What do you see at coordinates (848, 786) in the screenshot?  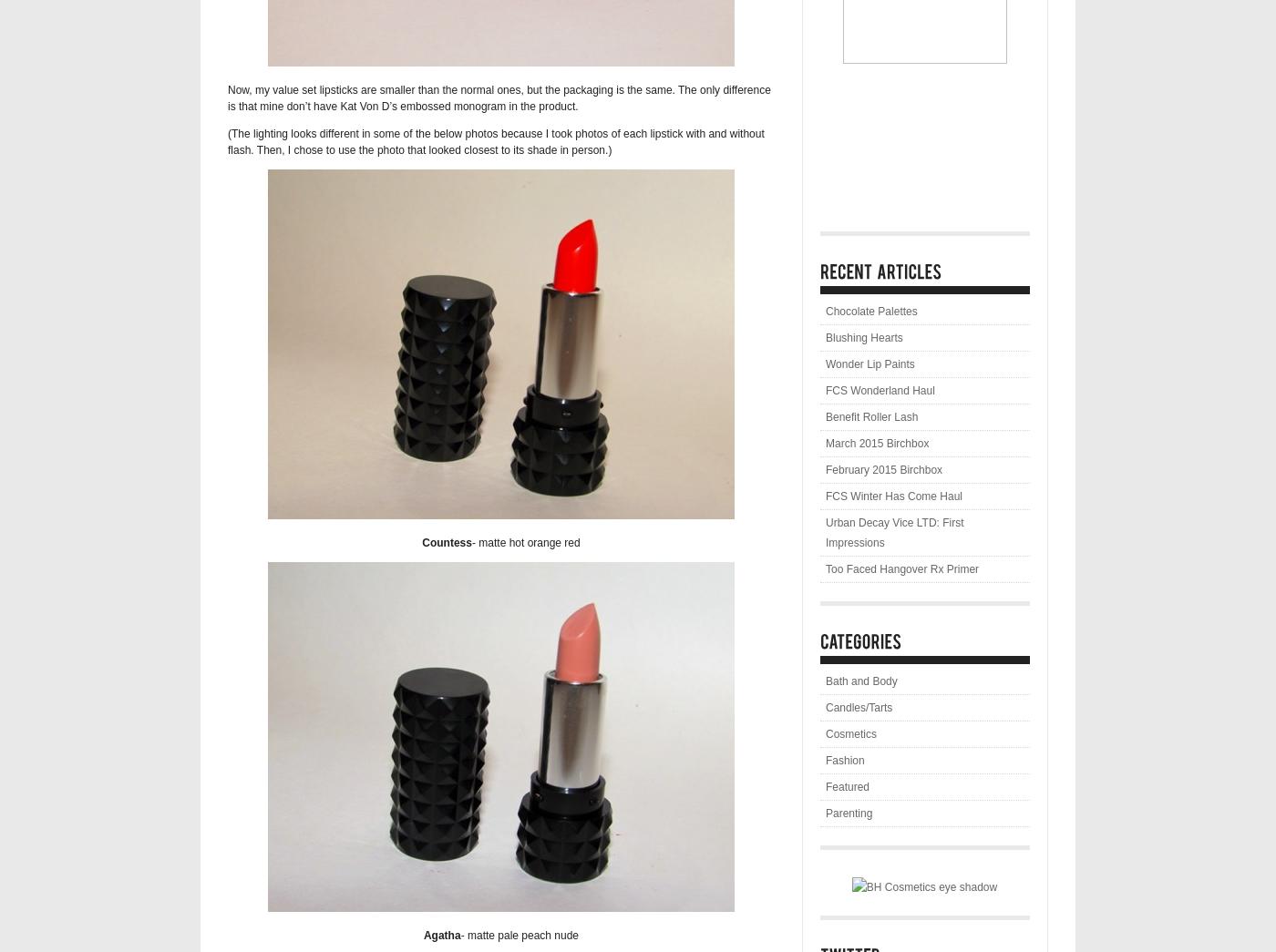 I see `'Featured'` at bounding box center [848, 786].